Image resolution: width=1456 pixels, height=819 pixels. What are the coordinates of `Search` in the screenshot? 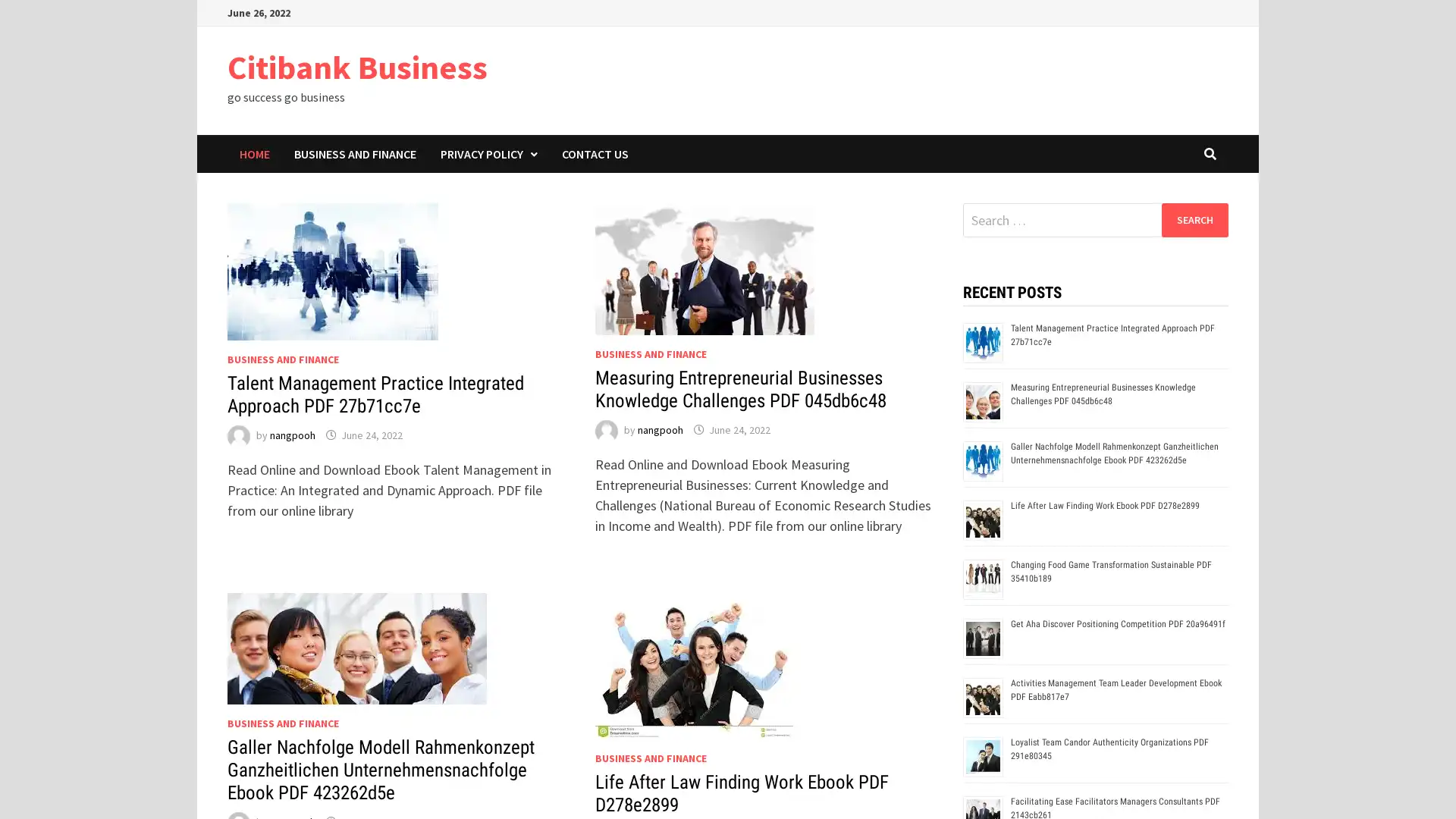 It's located at (1194, 219).